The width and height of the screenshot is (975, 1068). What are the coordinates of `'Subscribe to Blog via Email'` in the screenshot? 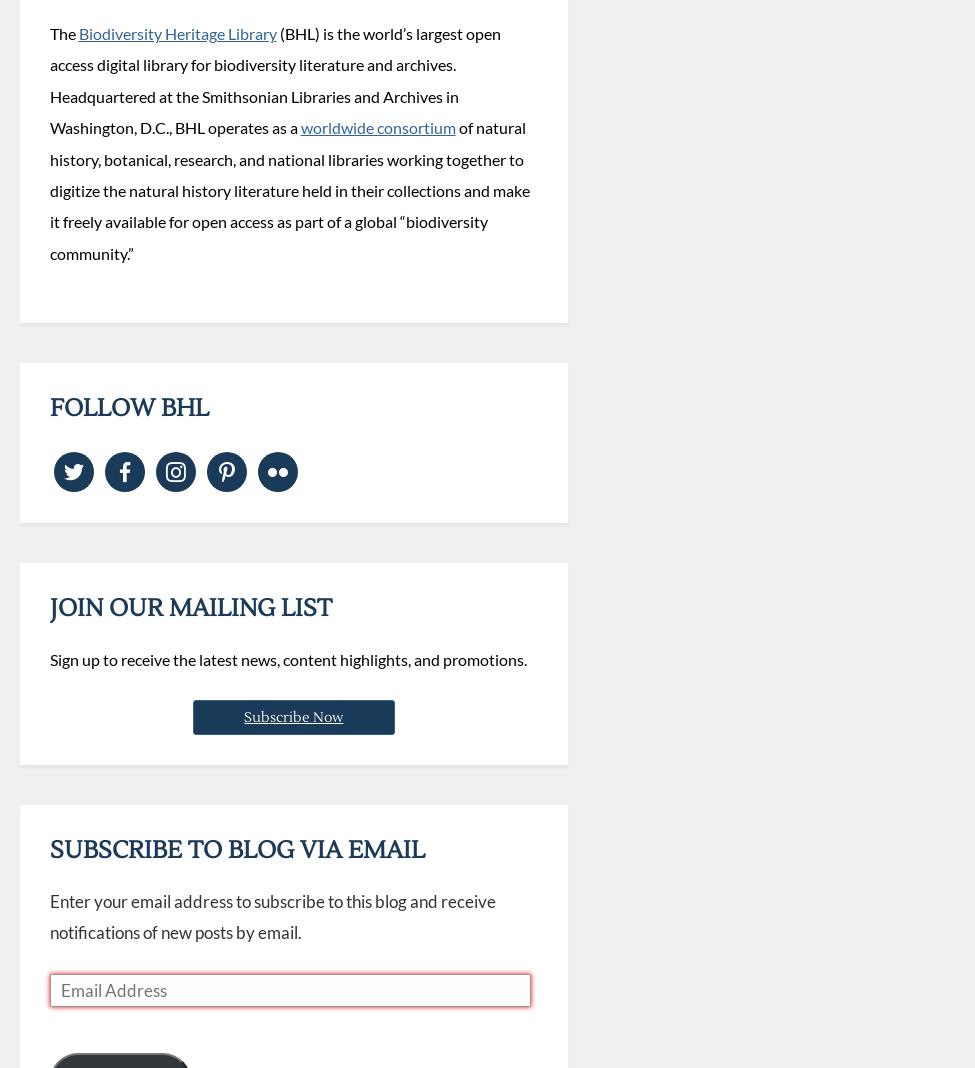 It's located at (49, 848).